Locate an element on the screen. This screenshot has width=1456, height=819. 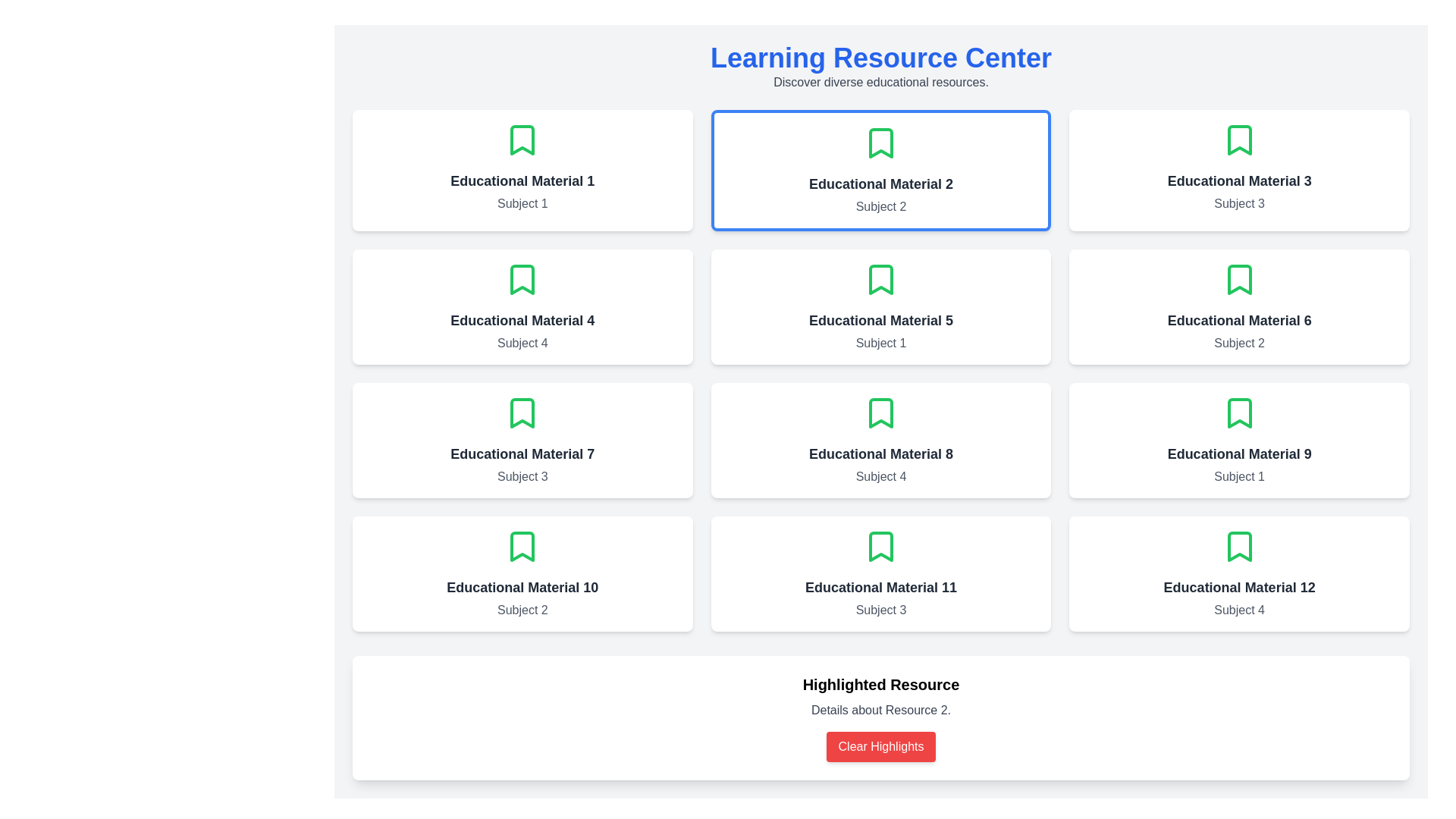
the card titled 'Educational Material 3' with a green bookmark icon at the top center, located in the top-right corner of the grid layout is located at coordinates (1239, 170).